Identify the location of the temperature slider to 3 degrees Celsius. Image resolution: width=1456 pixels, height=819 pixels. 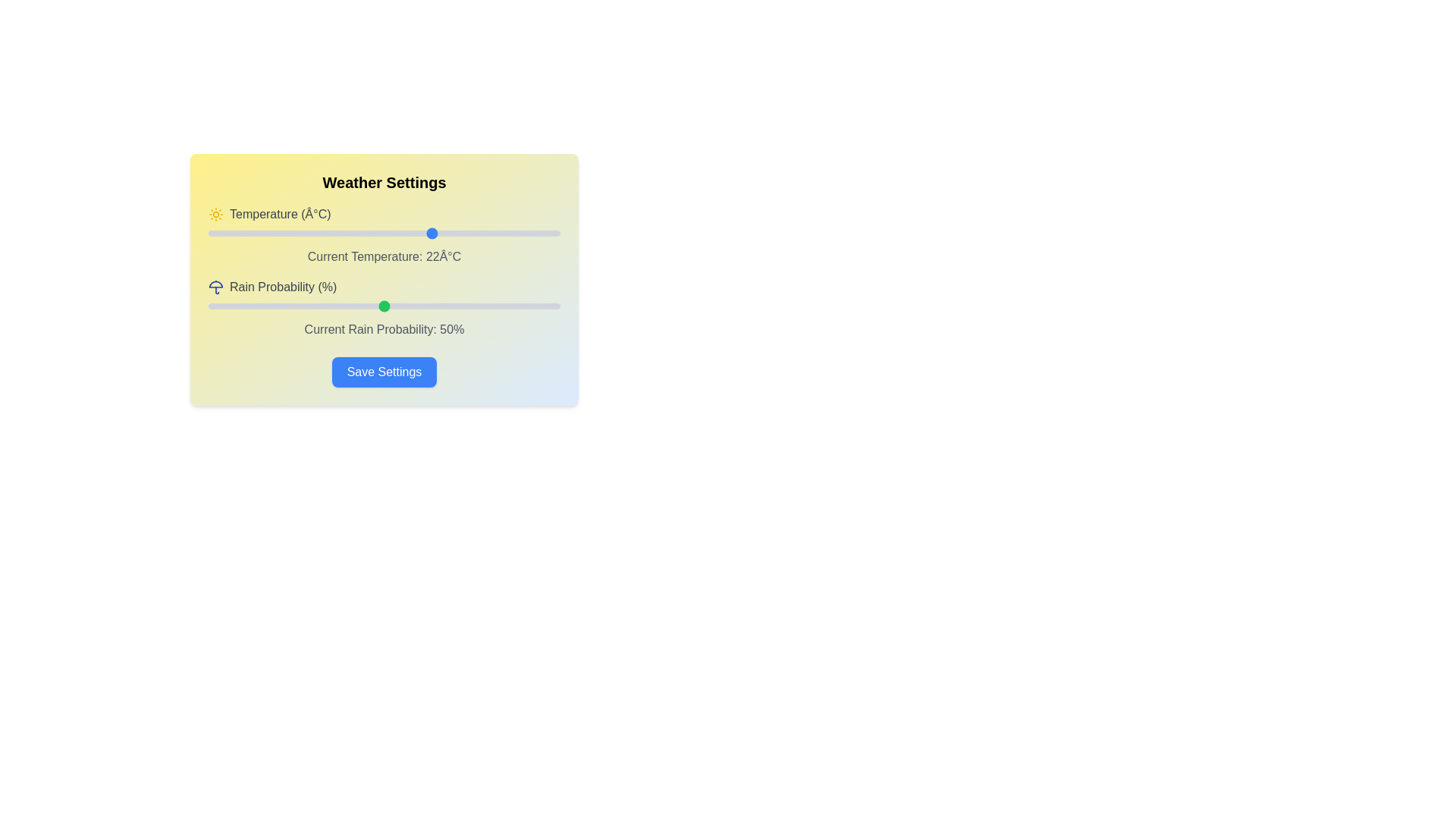
(300, 234).